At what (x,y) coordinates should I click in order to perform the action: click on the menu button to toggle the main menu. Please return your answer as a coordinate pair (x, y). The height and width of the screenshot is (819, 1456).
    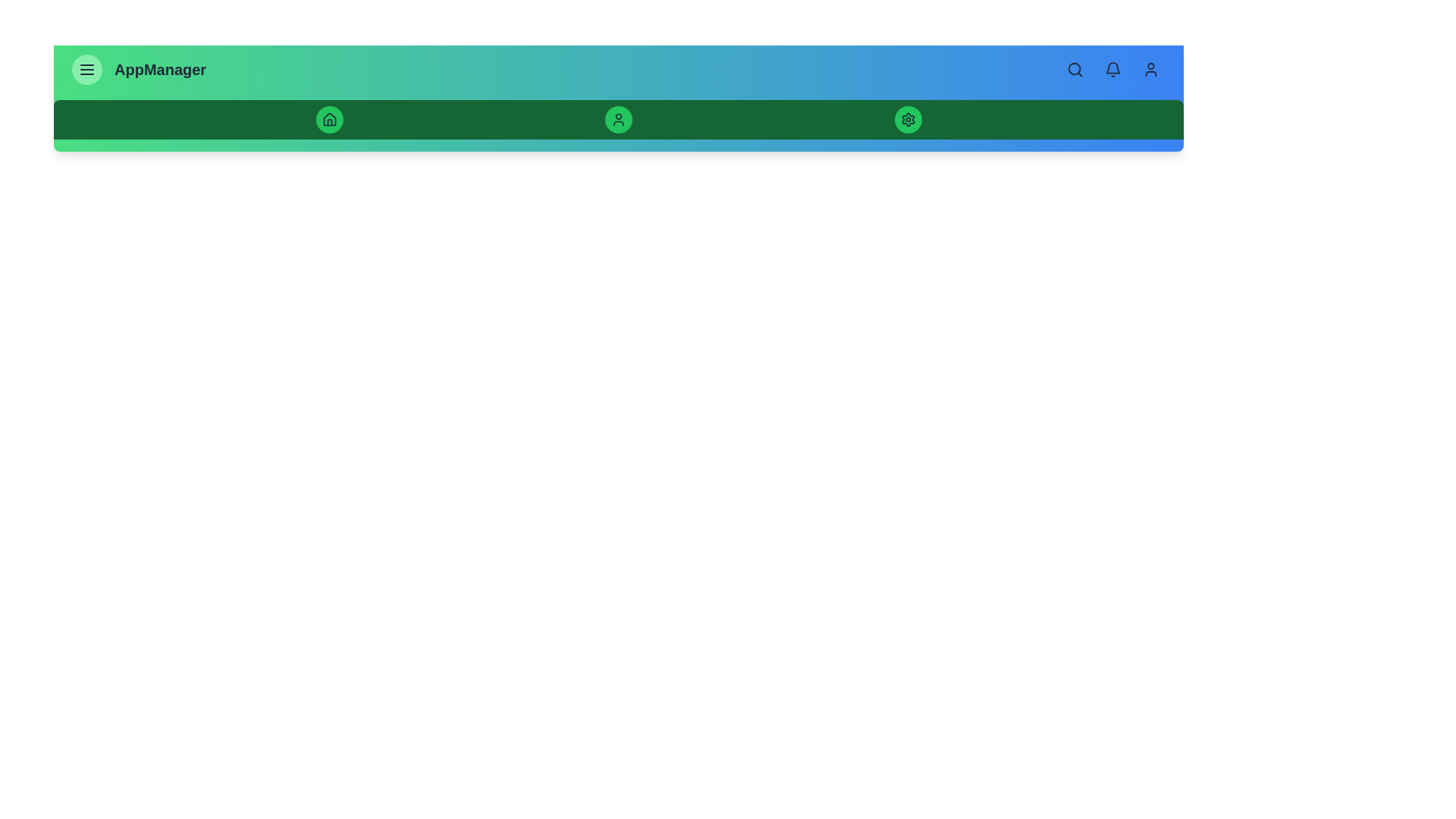
    Looking at the image, I should click on (86, 70).